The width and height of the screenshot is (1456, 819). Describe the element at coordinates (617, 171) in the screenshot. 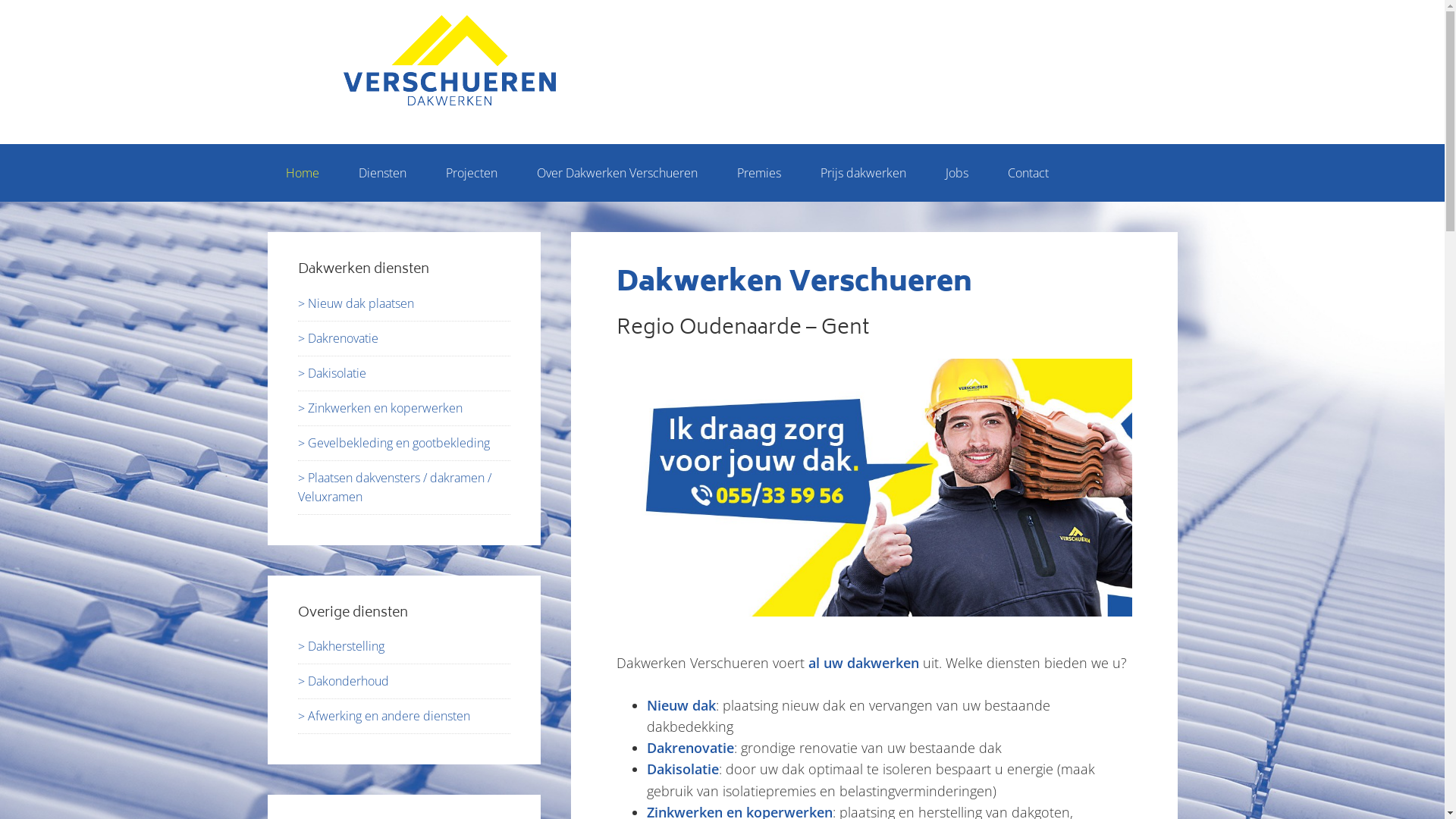

I see `'Over Dakwerken Verschueren'` at that location.